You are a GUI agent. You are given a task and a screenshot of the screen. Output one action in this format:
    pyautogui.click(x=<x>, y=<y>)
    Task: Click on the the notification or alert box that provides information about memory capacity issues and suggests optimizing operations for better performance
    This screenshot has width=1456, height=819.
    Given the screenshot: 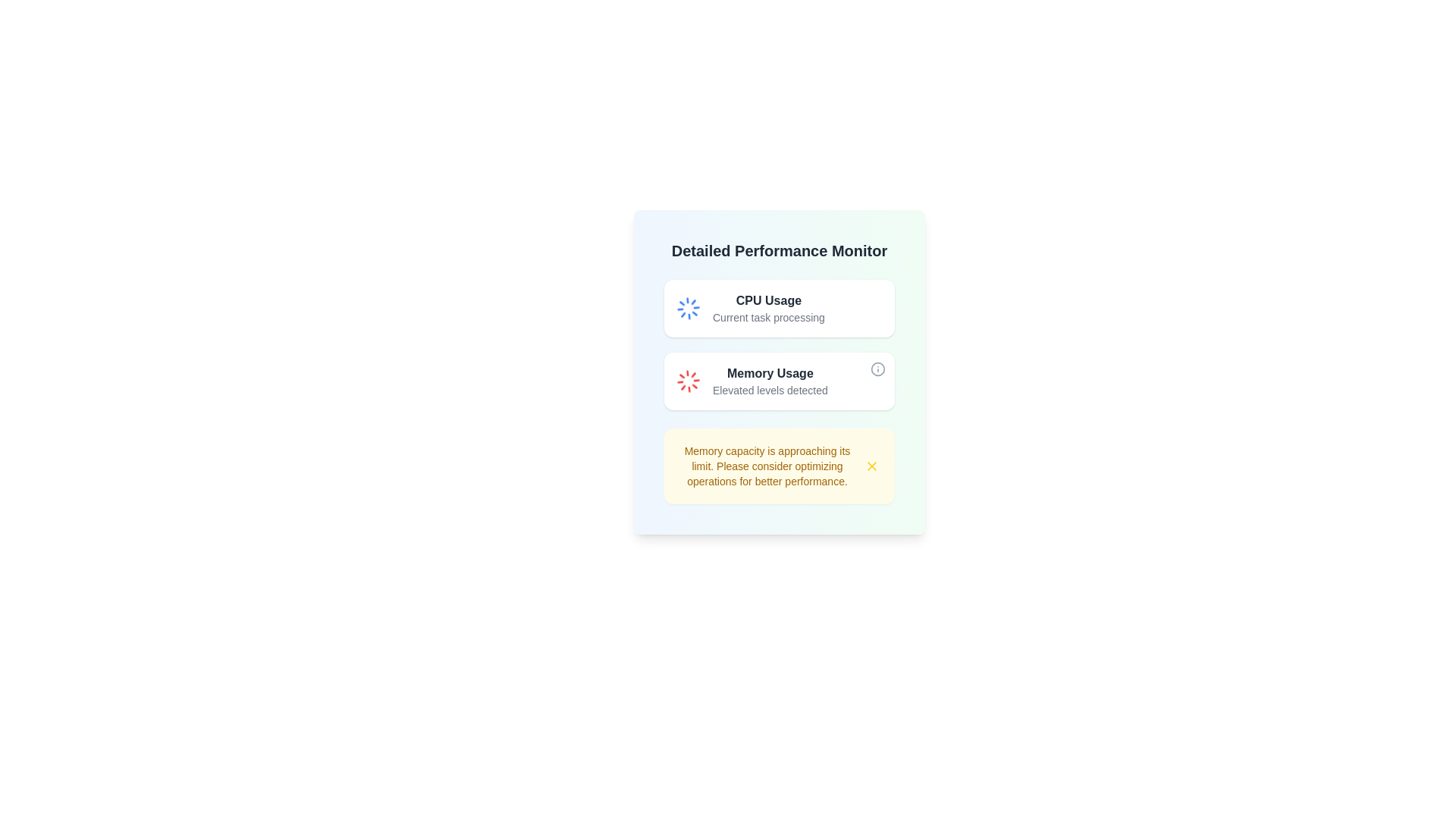 What is the action you would take?
    pyautogui.click(x=779, y=465)
    